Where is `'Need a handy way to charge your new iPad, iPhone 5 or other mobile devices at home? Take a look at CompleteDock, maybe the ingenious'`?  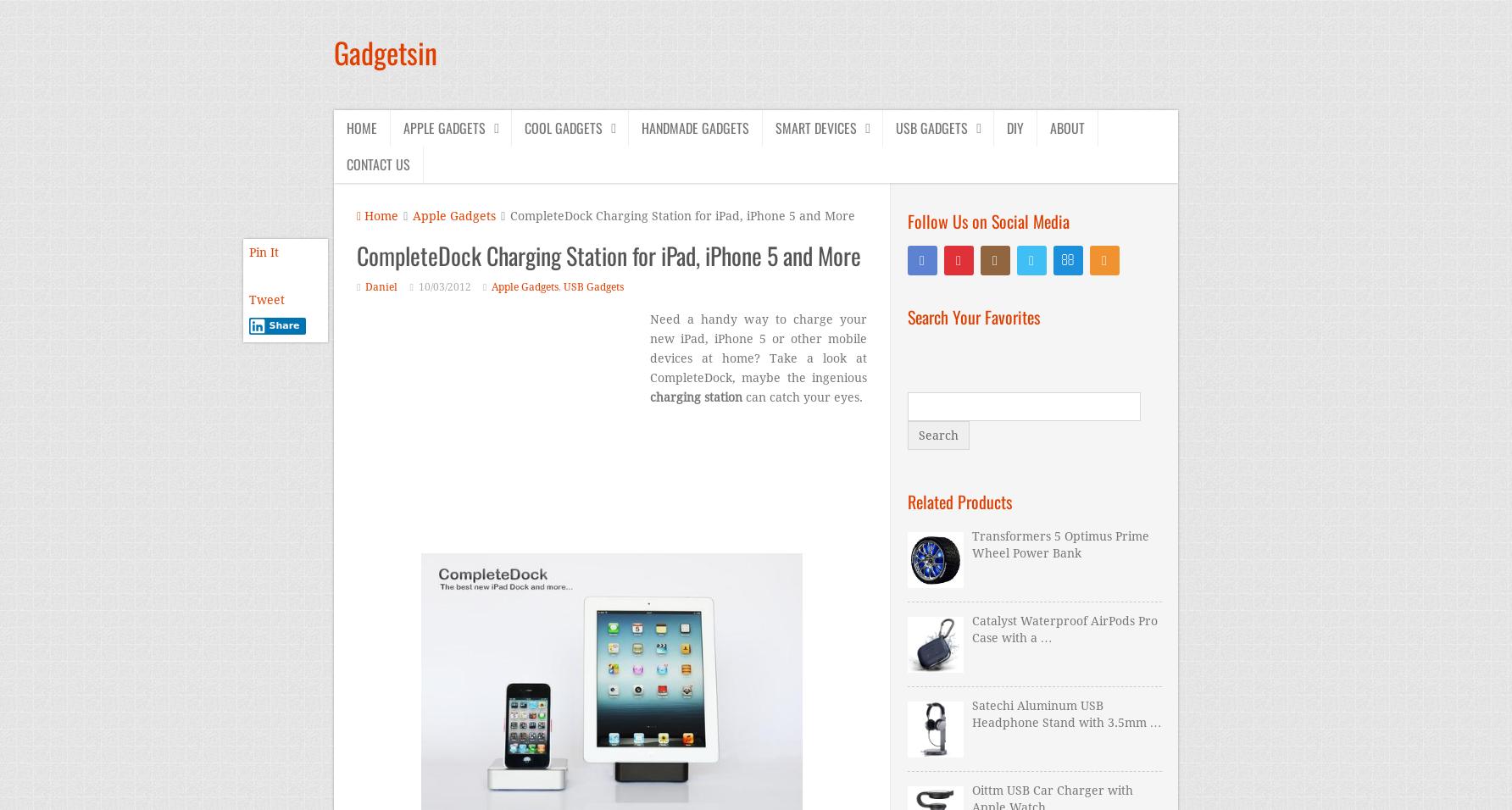 'Need a handy way to charge your new iPad, iPhone 5 or other mobile devices at home? Take a look at CompleteDock, maybe the ingenious' is located at coordinates (759, 347).